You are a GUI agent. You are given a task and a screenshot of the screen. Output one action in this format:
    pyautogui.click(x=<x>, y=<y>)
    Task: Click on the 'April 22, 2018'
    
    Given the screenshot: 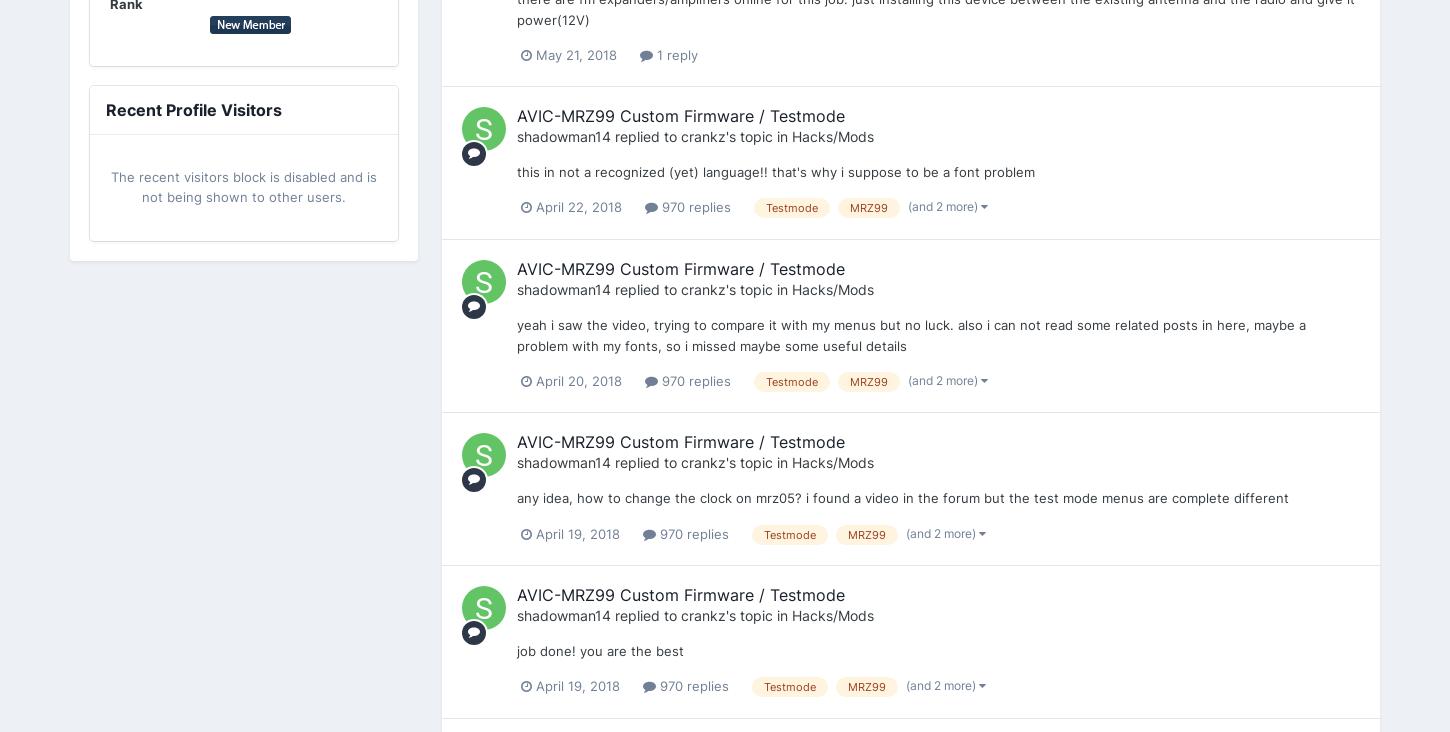 What is the action you would take?
    pyautogui.click(x=578, y=206)
    